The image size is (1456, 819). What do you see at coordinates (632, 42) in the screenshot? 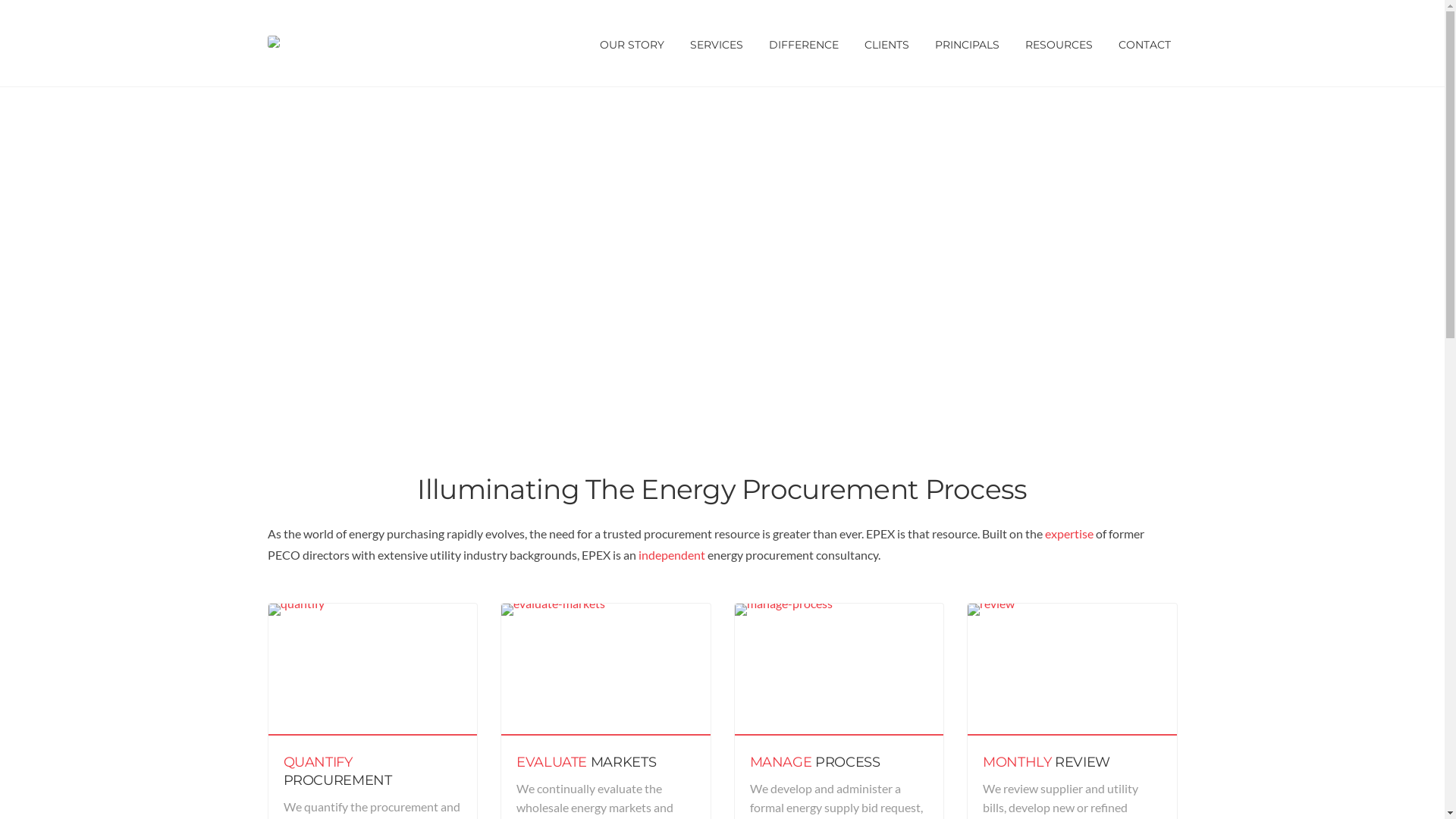
I see `'OUR STORY'` at bounding box center [632, 42].